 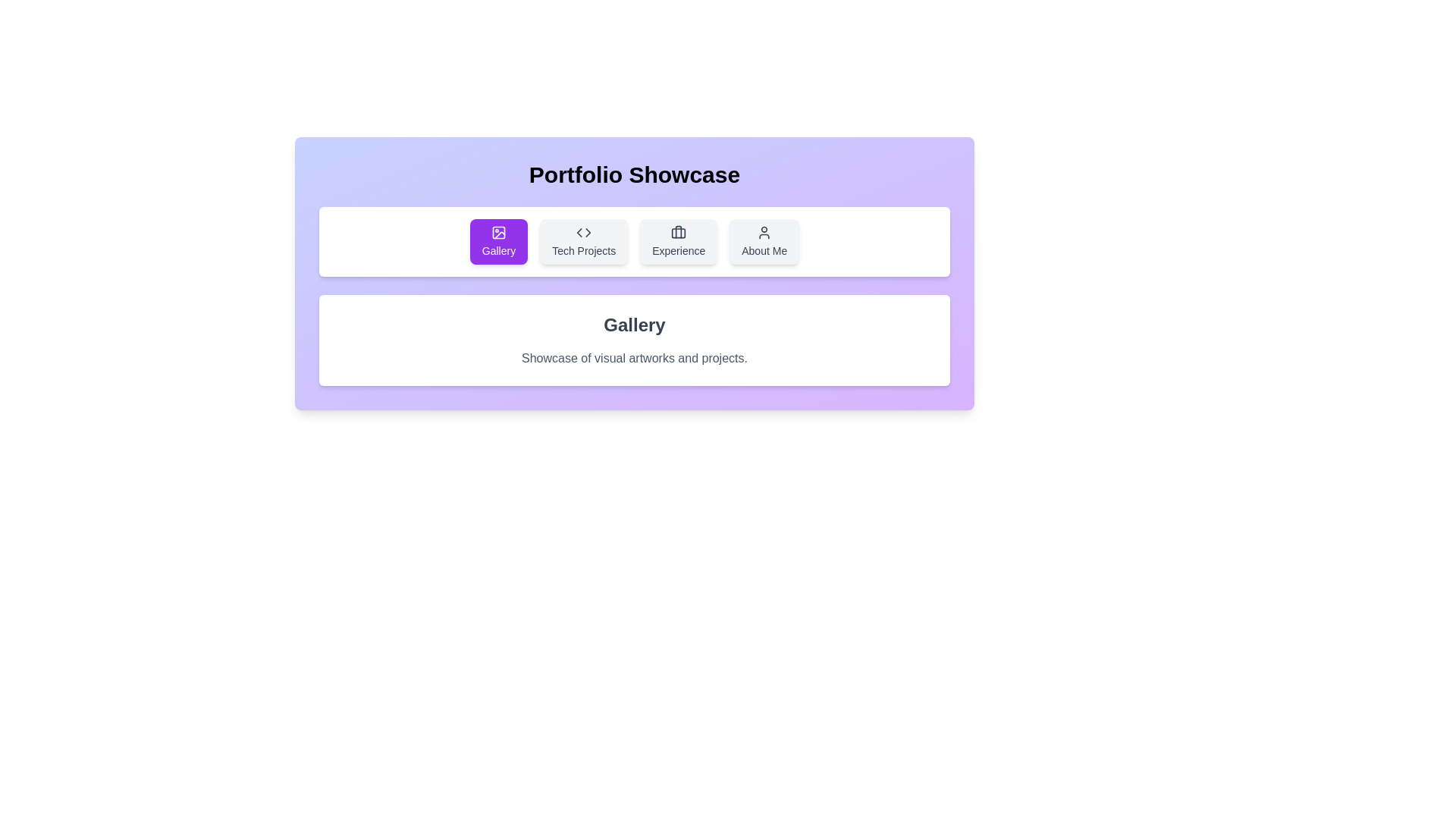 I want to click on the tab labeled 'Gallery', so click(x=498, y=241).